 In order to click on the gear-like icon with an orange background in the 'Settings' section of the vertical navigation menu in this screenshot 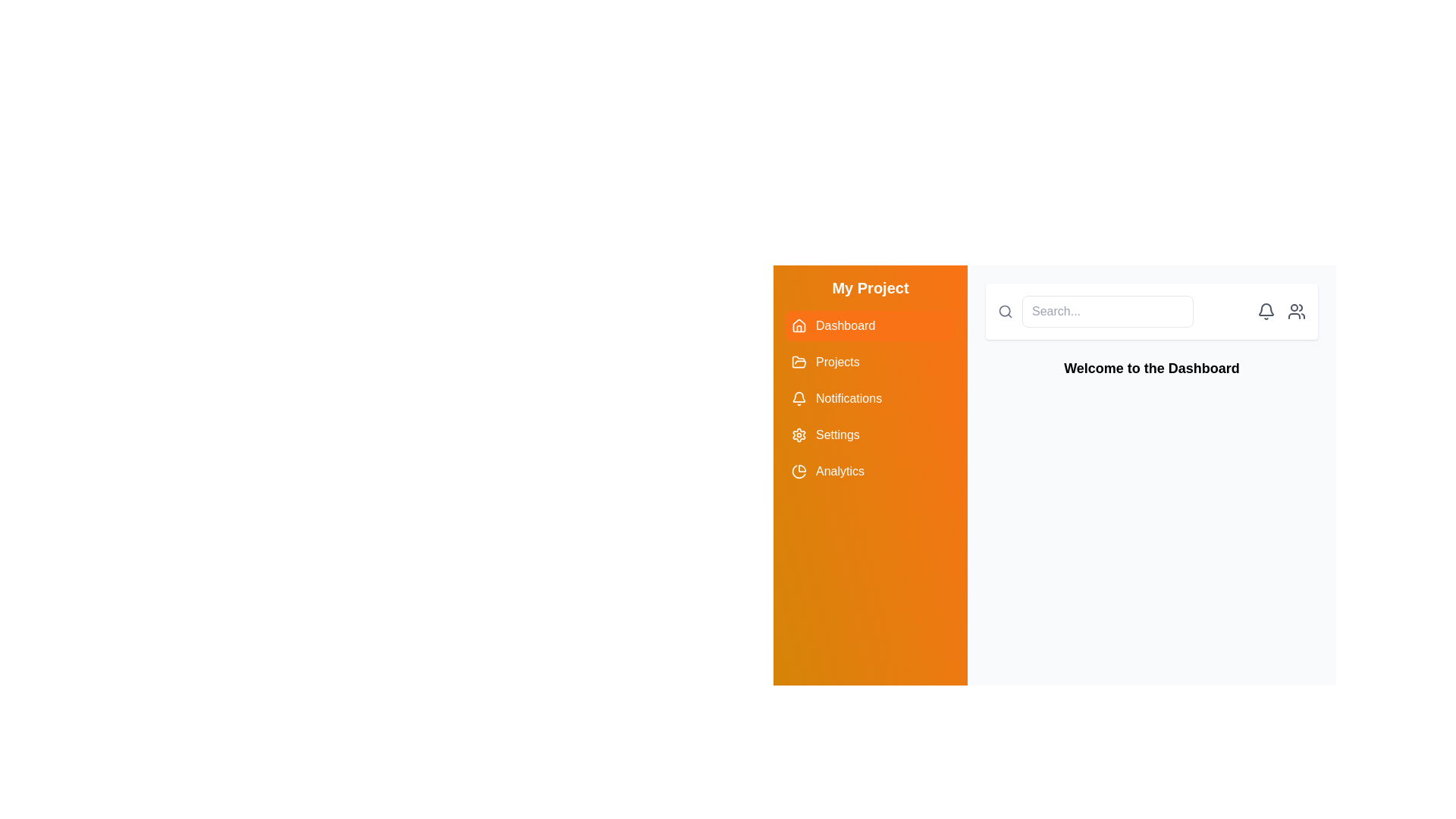, I will do `click(799, 435)`.